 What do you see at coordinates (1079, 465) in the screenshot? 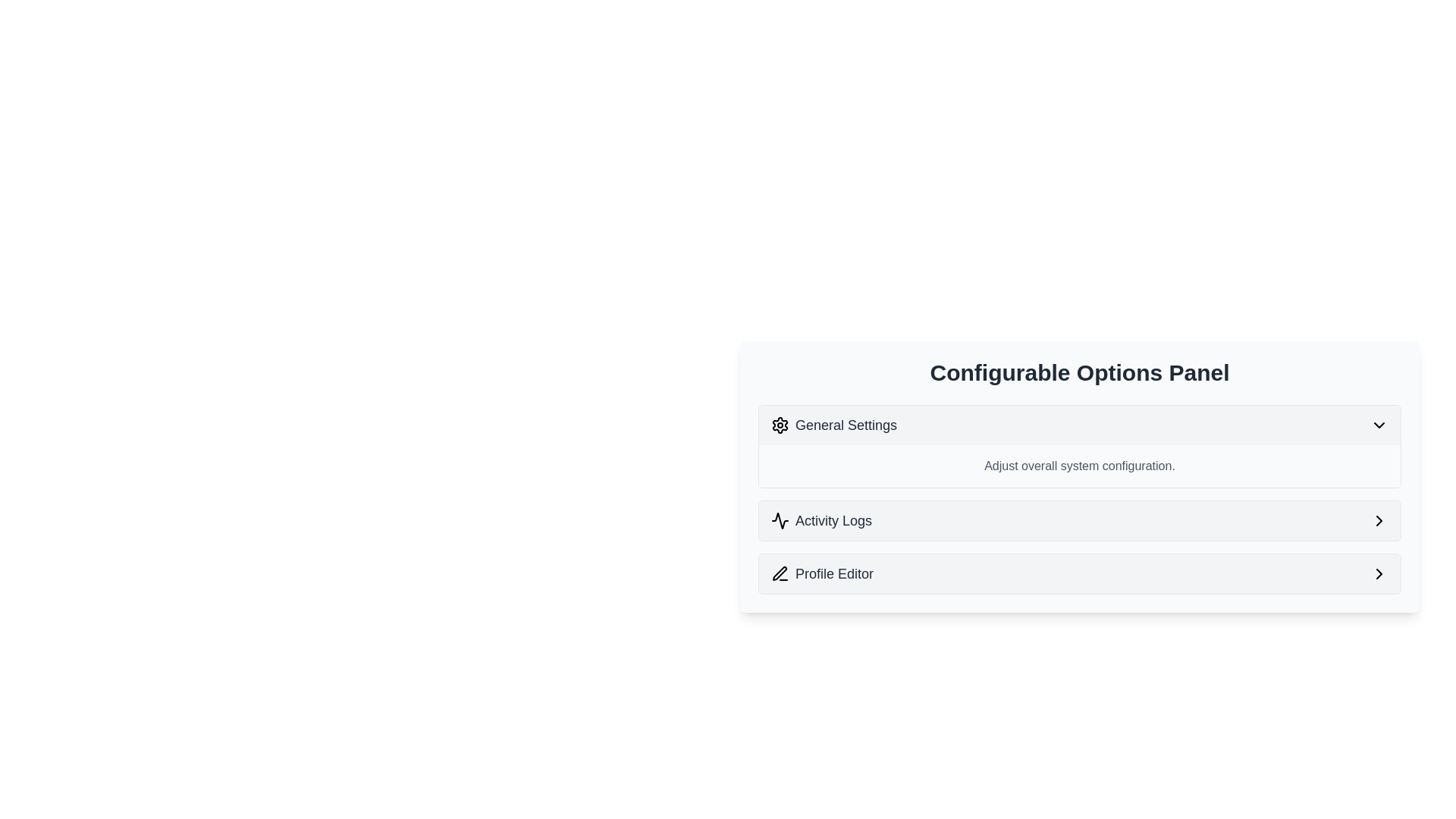
I see `the textual label describing the settings section located below the 'General Settings' header and above the 'Activity Logs' entry` at bounding box center [1079, 465].